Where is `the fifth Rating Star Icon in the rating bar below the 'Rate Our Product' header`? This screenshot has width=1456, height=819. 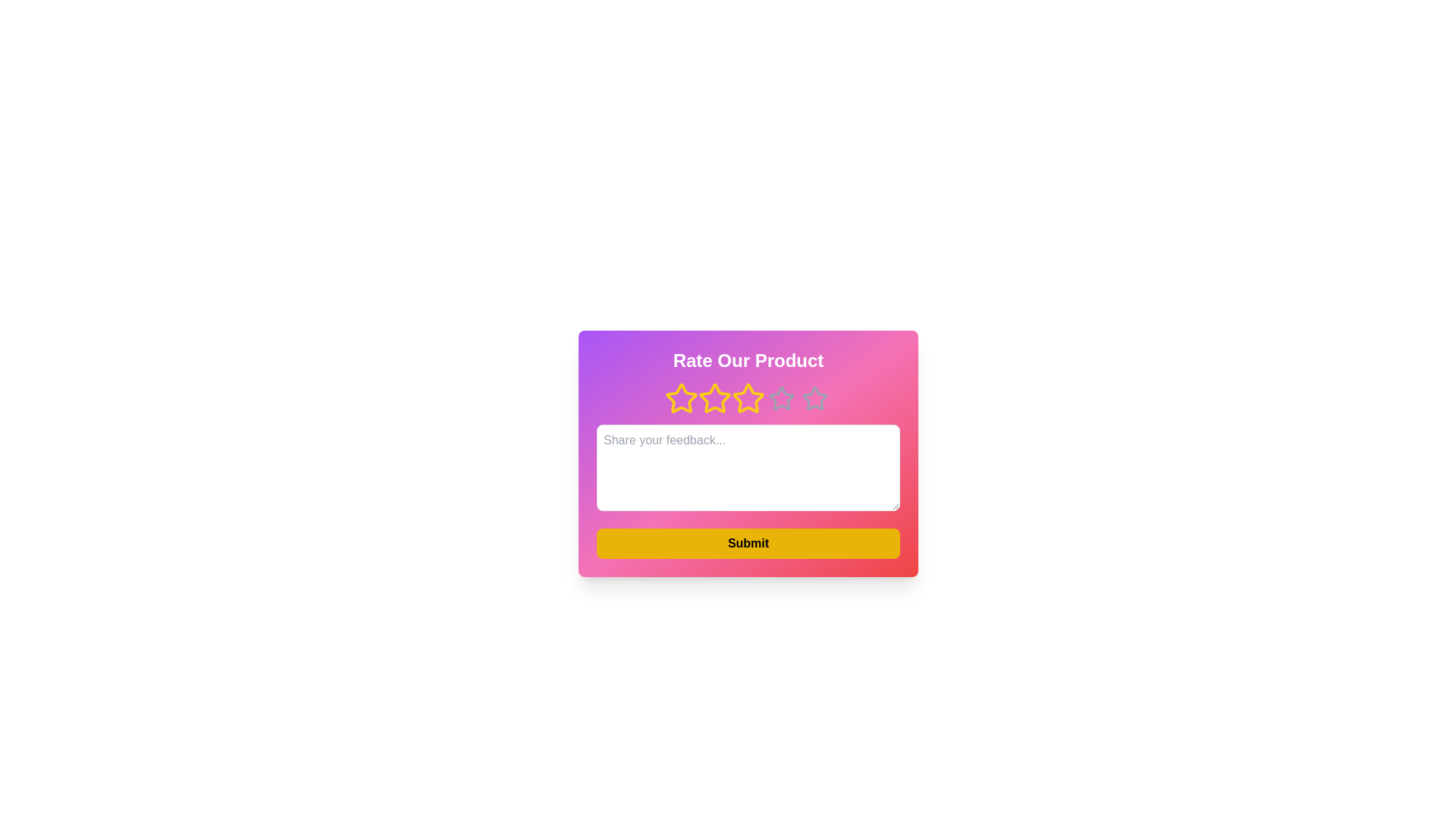 the fifth Rating Star Icon in the rating bar below the 'Rate Our Product' header is located at coordinates (814, 397).